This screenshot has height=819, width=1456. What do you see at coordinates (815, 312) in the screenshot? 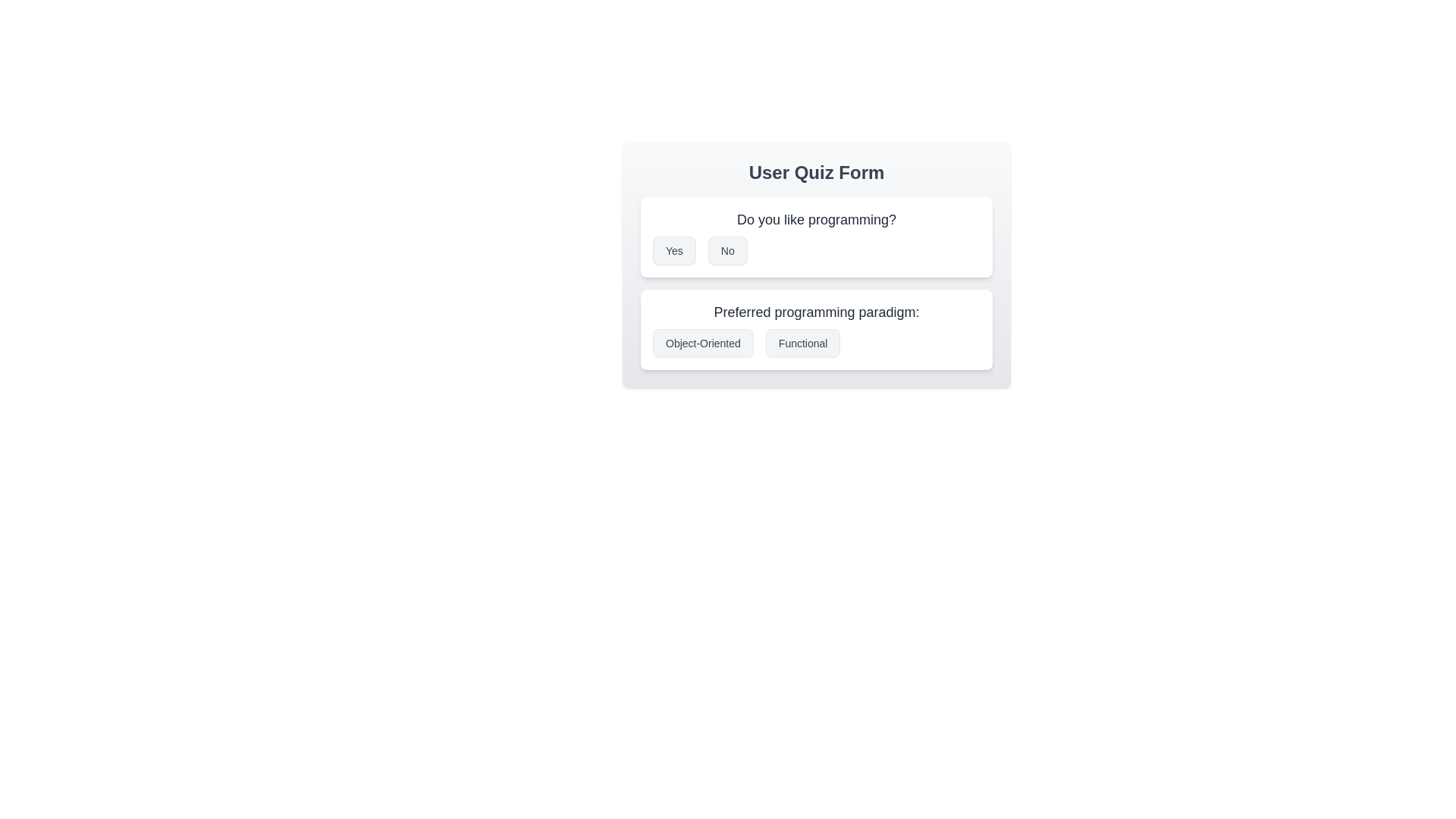
I see `the text label that provides context for the selectable programming paradigm buttons, located above the 'Object-Oriented' and 'Functional' buttons` at bounding box center [815, 312].